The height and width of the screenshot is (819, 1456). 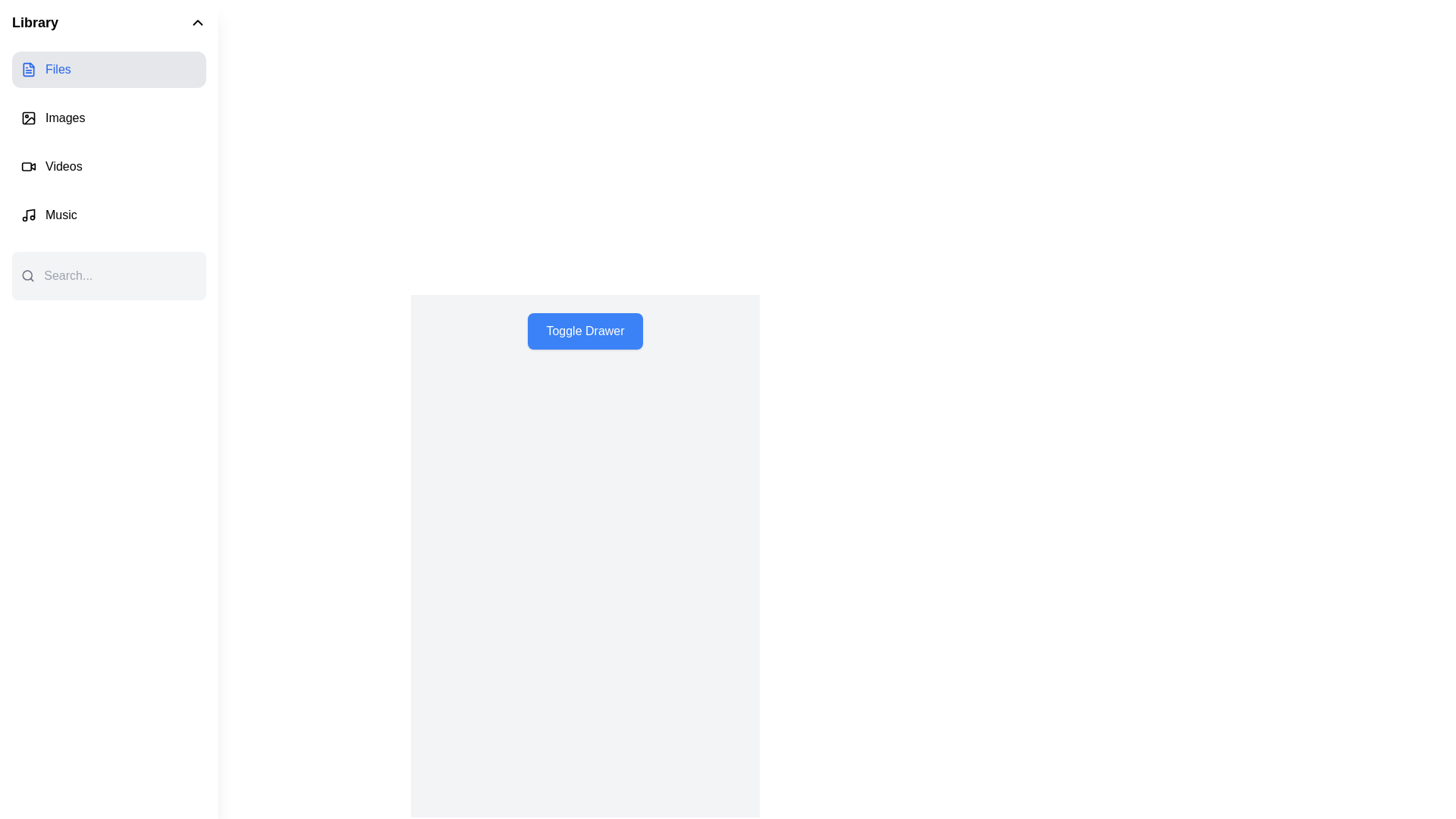 I want to click on the Decorative SVG element (rounded rectangular outline) that is part of the image icon next to the 'Images' label in the sidebar menu, so click(x=29, y=117).